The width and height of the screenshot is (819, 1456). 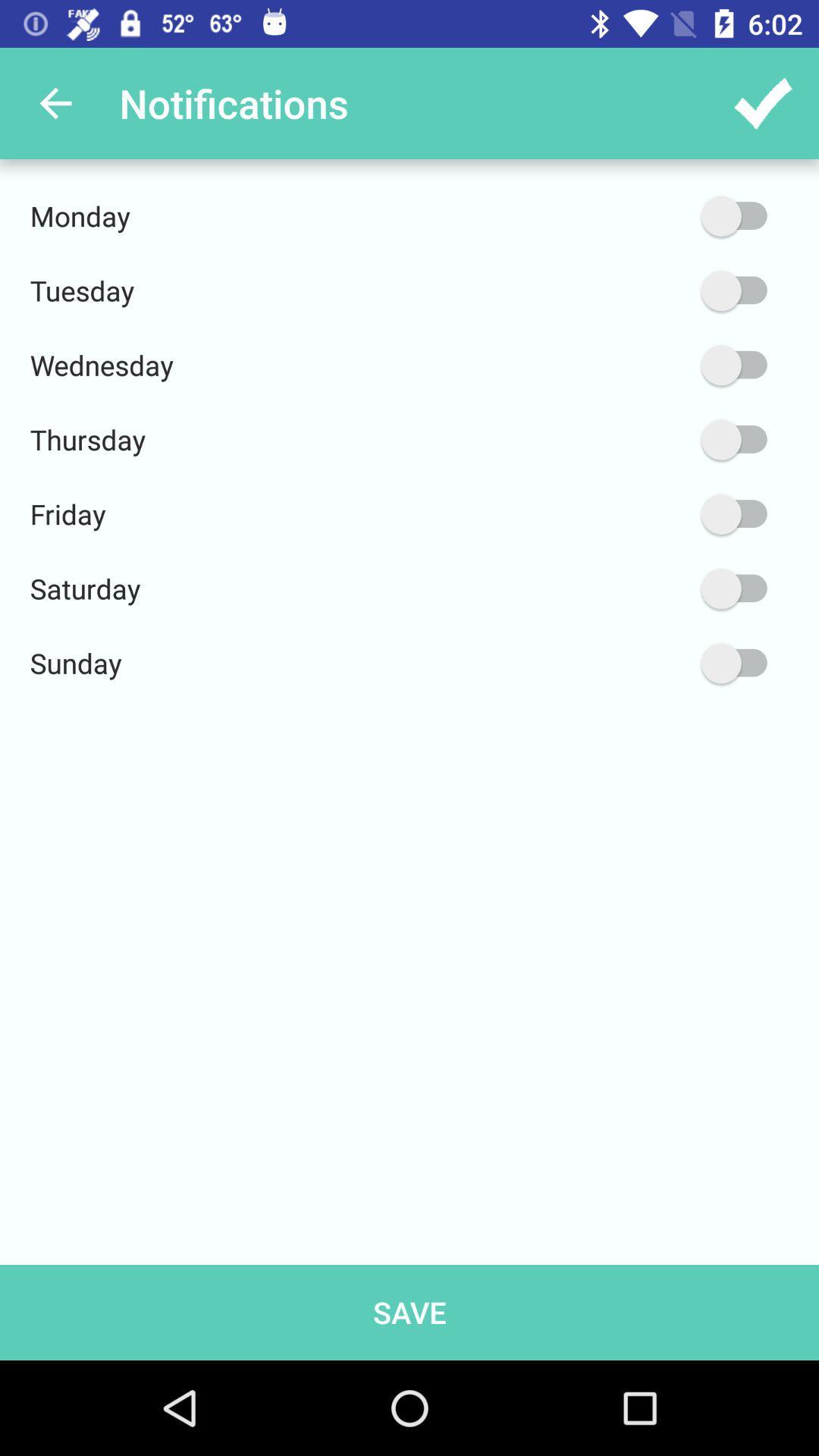 What do you see at coordinates (661, 514) in the screenshot?
I see `icon next to friday` at bounding box center [661, 514].